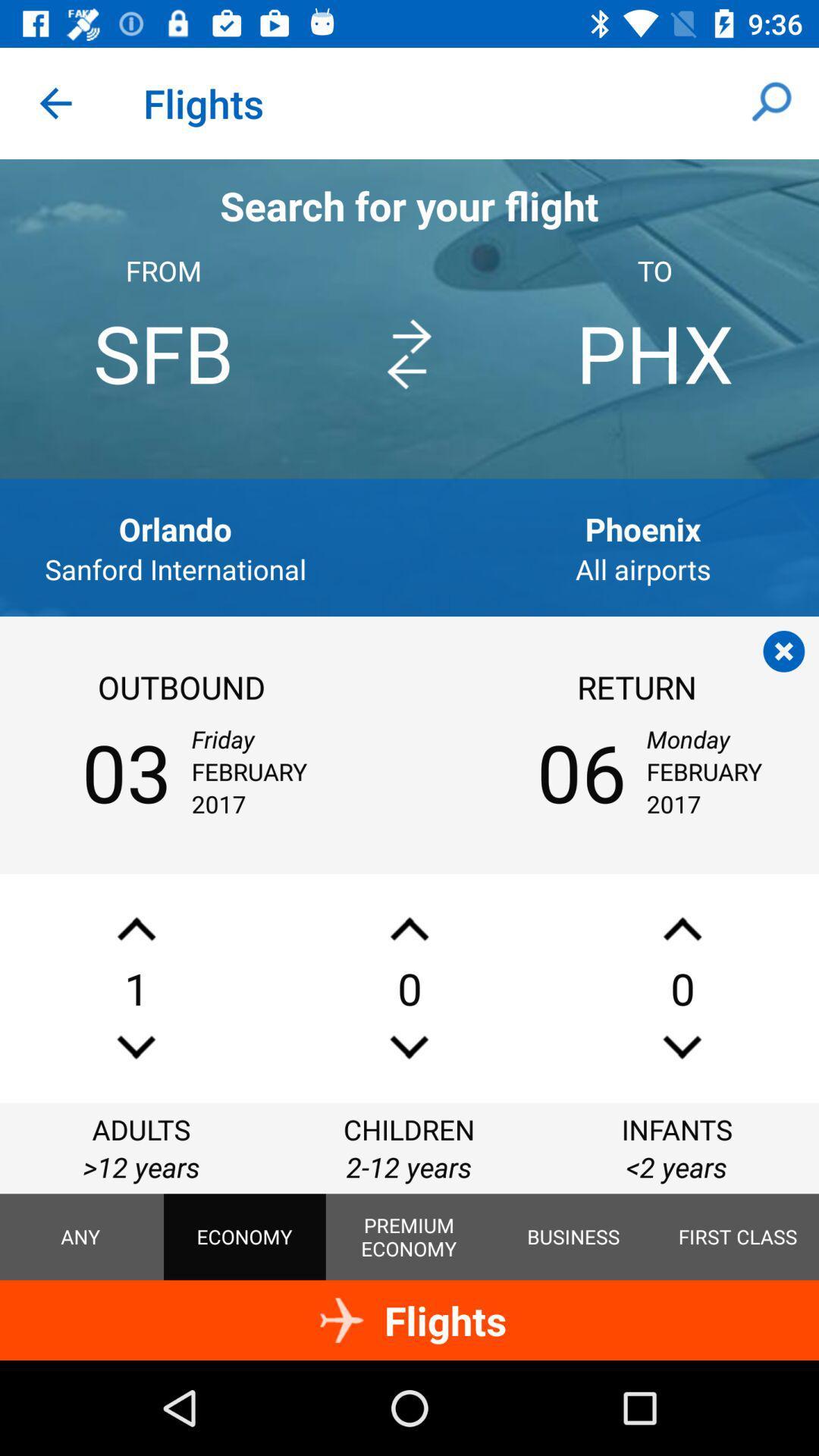 The width and height of the screenshot is (819, 1456). I want to click on reverse to and from locations, so click(408, 353).